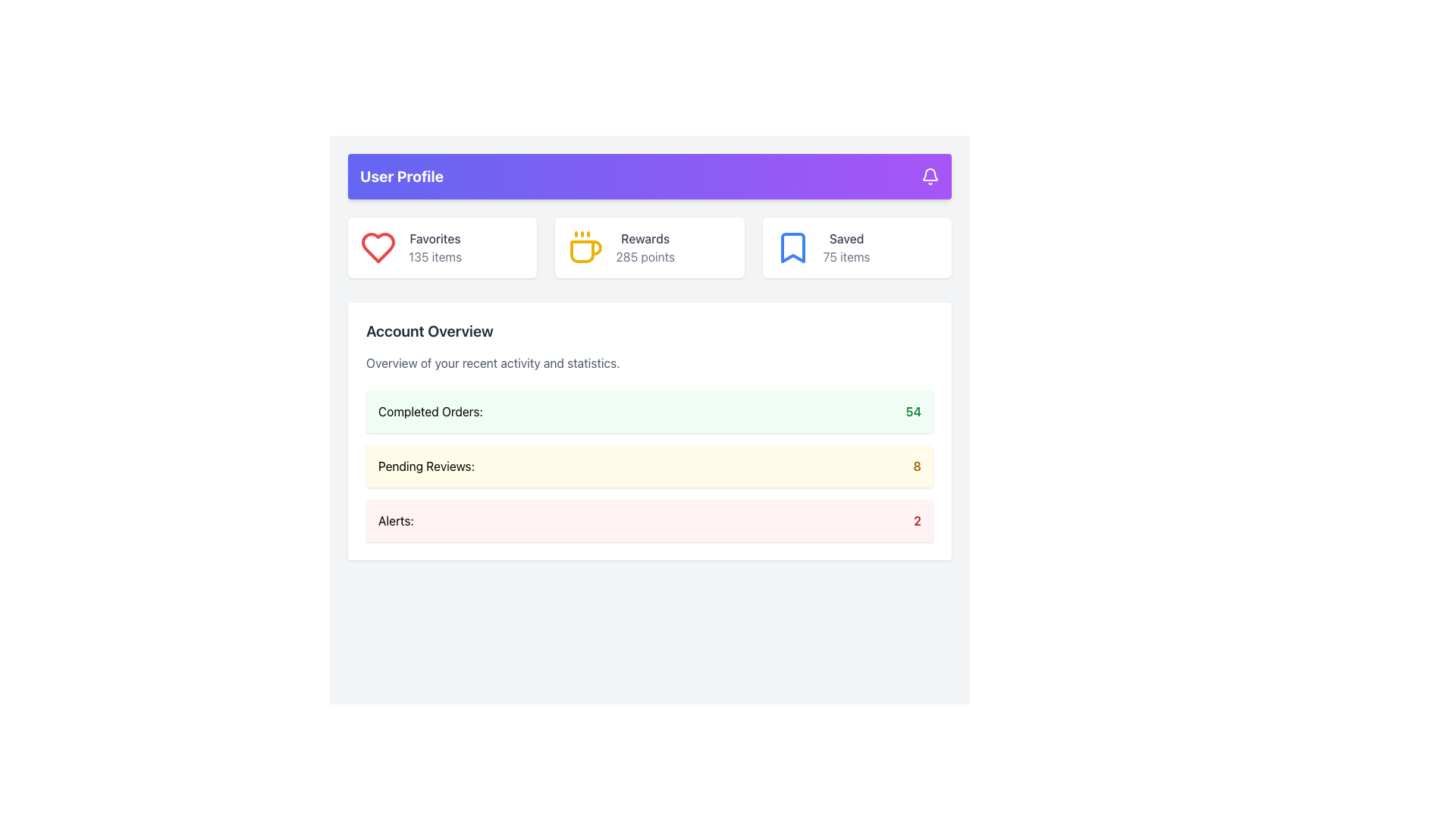 Image resolution: width=1456 pixels, height=819 pixels. What do you see at coordinates (401, 175) in the screenshot?
I see `the bold white text label saying 'User Profile' on the gradient background transitioning from indigo to purple` at bounding box center [401, 175].